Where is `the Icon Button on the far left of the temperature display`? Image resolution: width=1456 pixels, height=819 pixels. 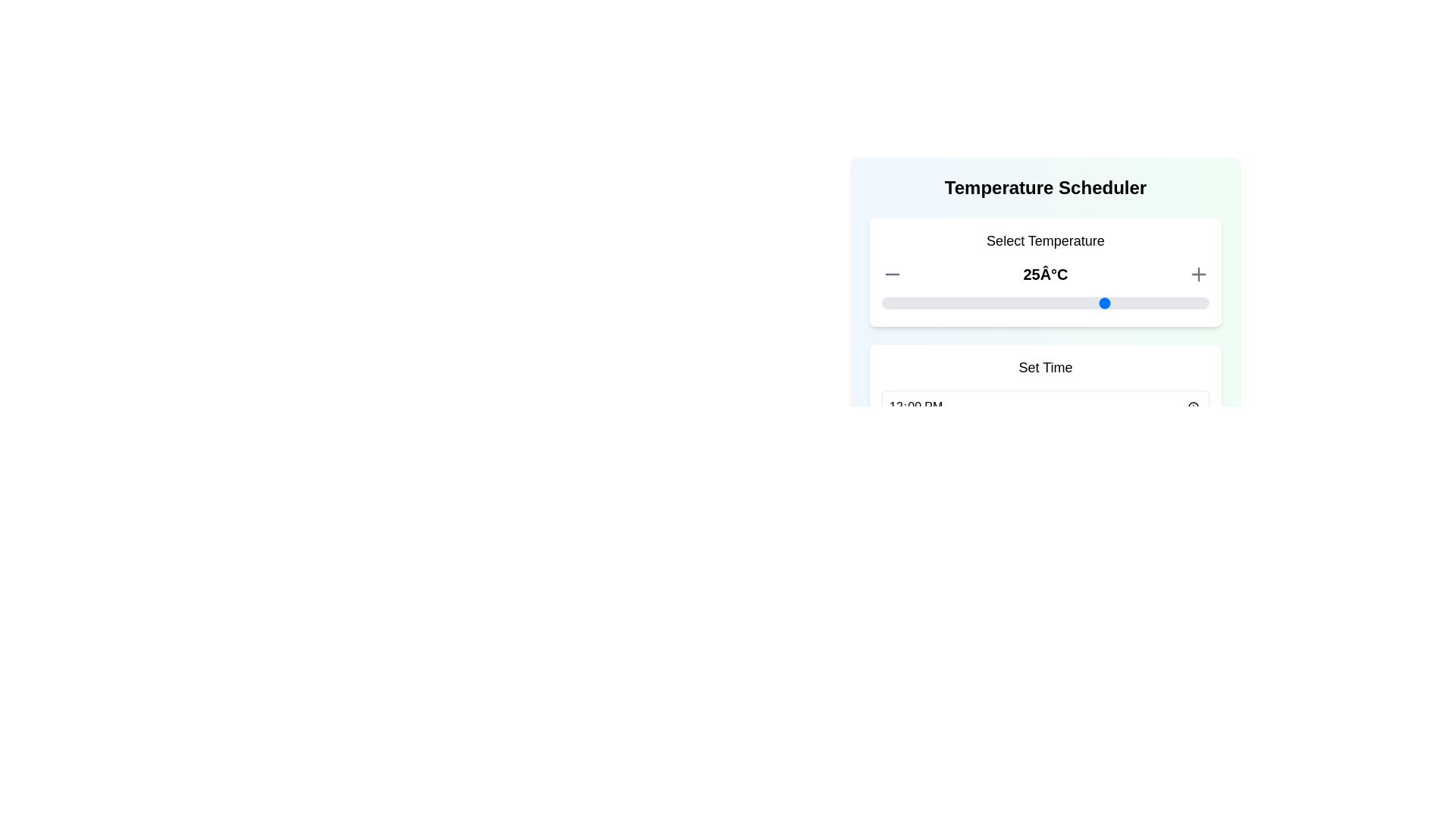
the Icon Button on the far left of the temperature display is located at coordinates (892, 275).